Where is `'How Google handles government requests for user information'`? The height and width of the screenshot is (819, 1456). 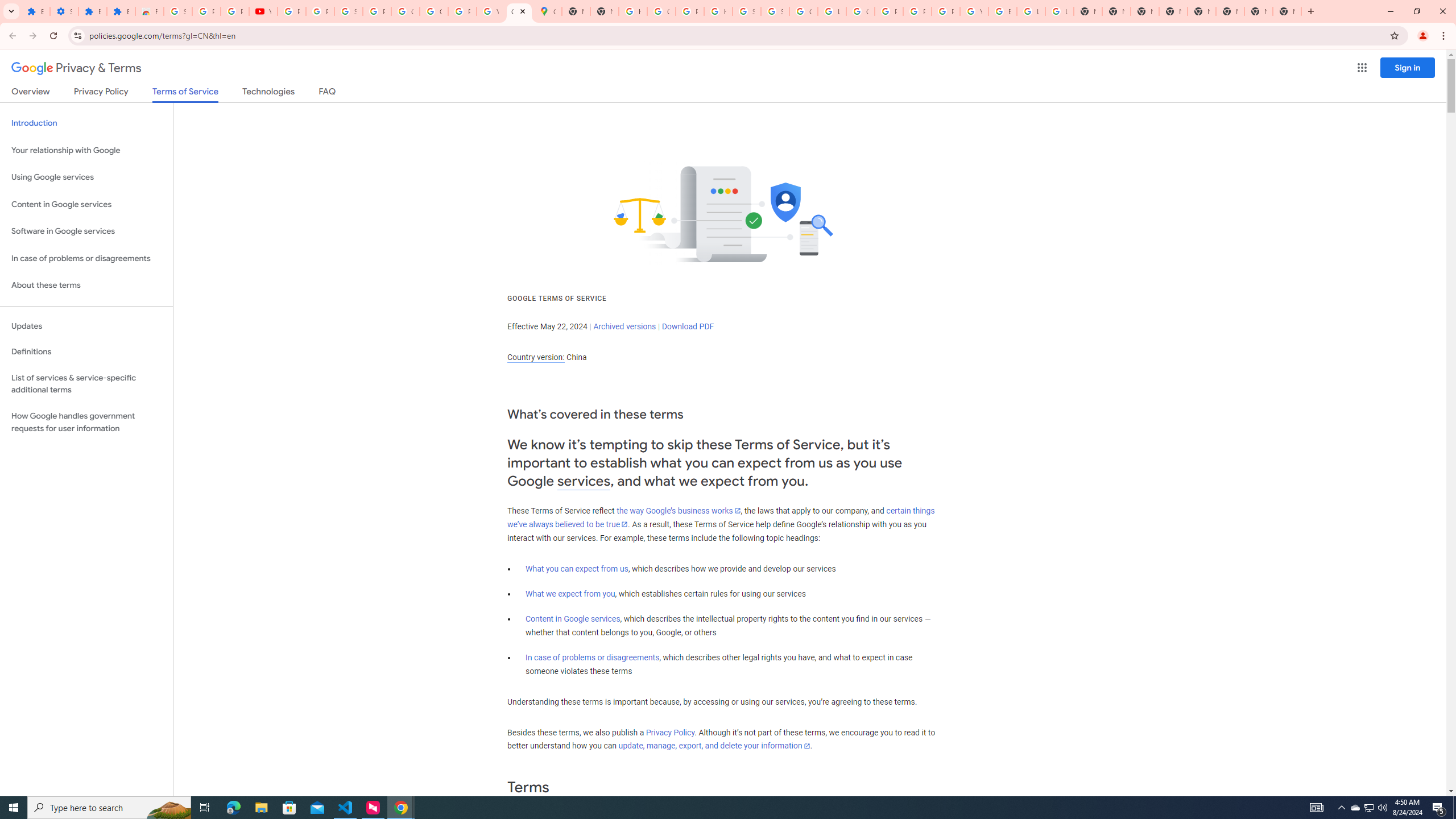 'How Google handles government requests for user information' is located at coordinates (86, 422).